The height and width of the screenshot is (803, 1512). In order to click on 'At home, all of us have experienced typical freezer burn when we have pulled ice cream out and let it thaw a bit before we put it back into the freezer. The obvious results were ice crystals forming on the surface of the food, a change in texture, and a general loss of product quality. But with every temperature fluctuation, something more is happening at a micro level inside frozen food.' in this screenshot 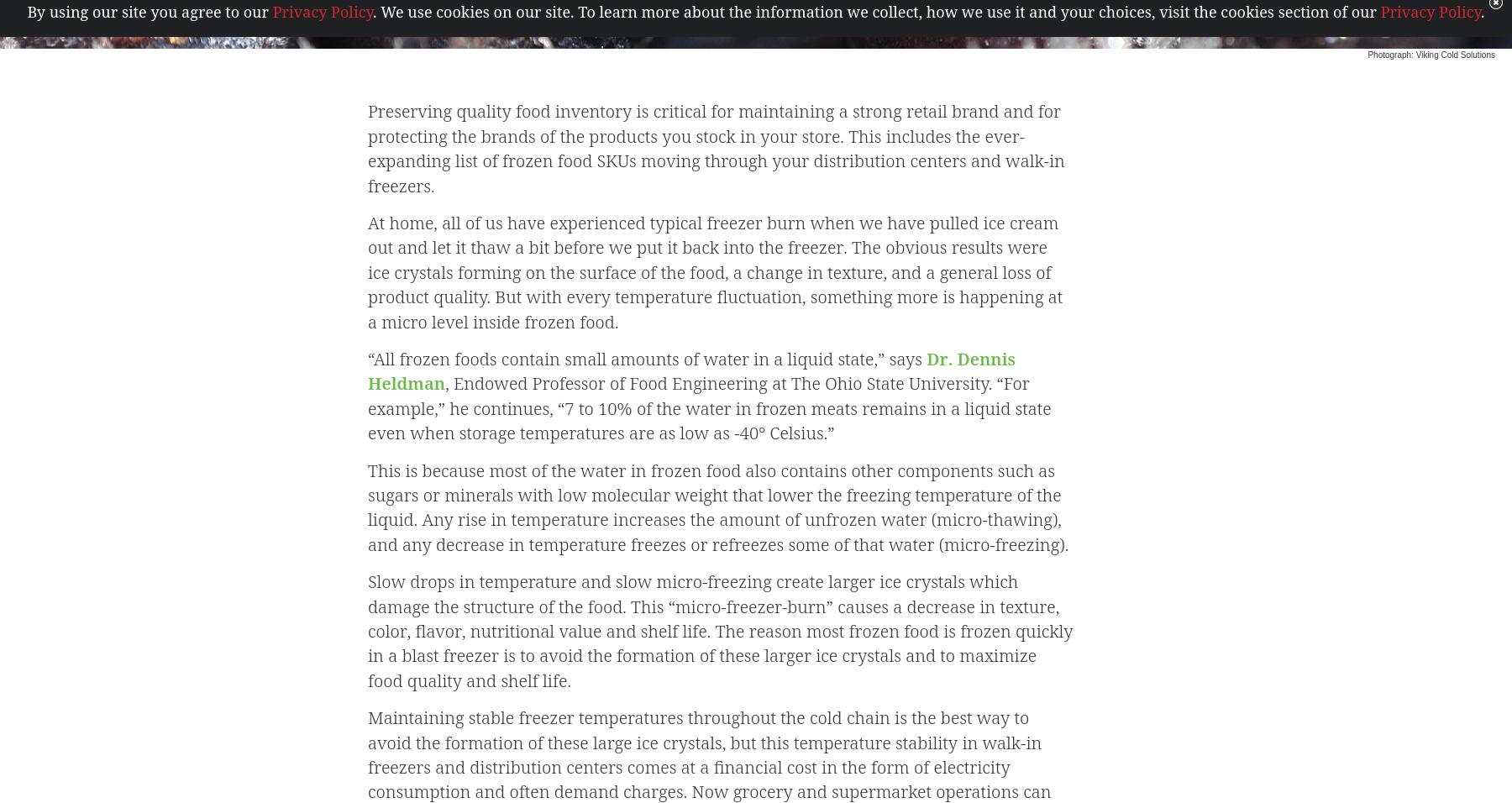, I will do `click(367, 270)`.